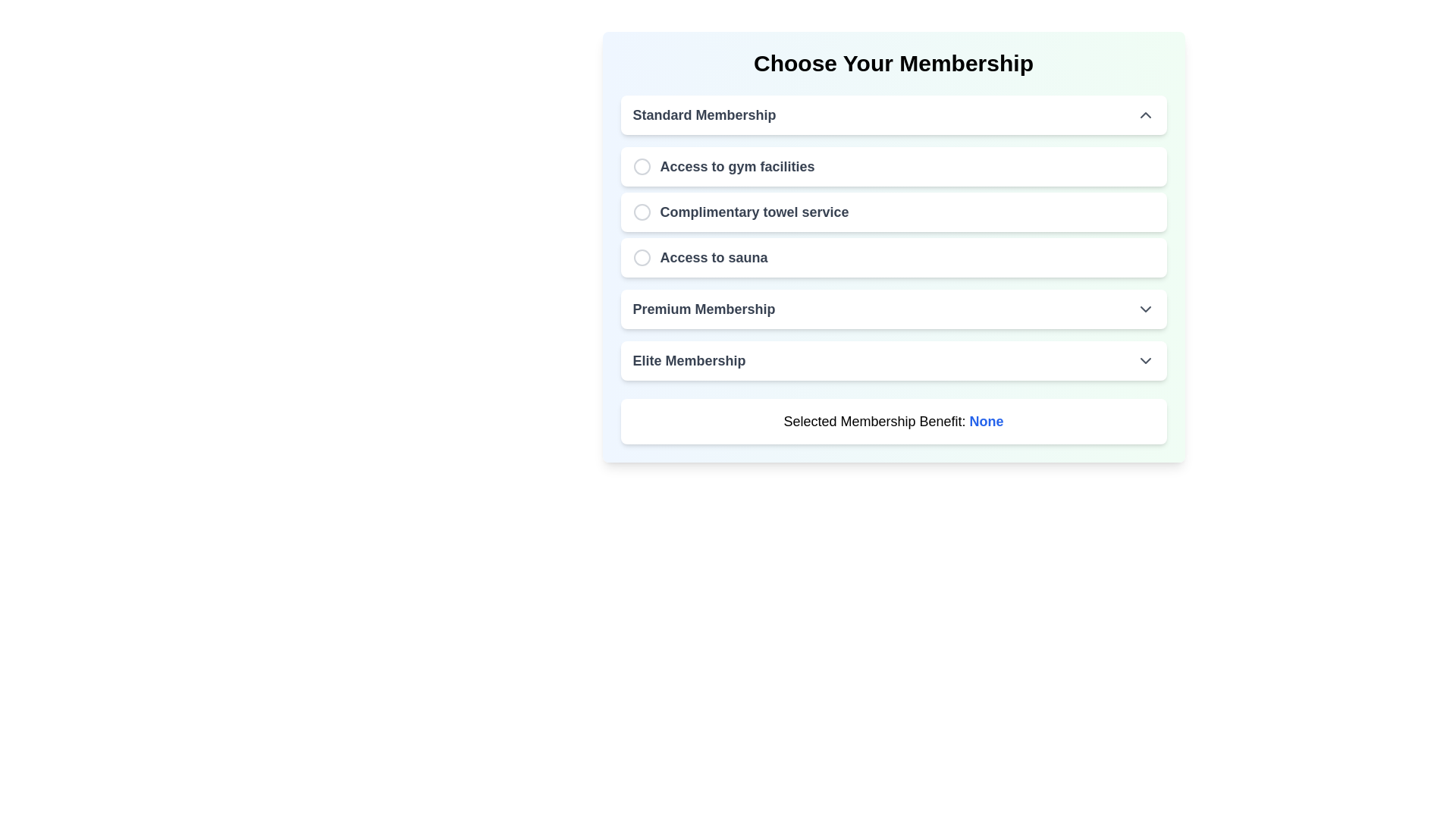  What do you see at coordinates (642, 212) in the screenshot?
I see `the radio button for 'Complimentary towel service' located in the second row under 'Standard Membership'` at bounding box center [642, 212].